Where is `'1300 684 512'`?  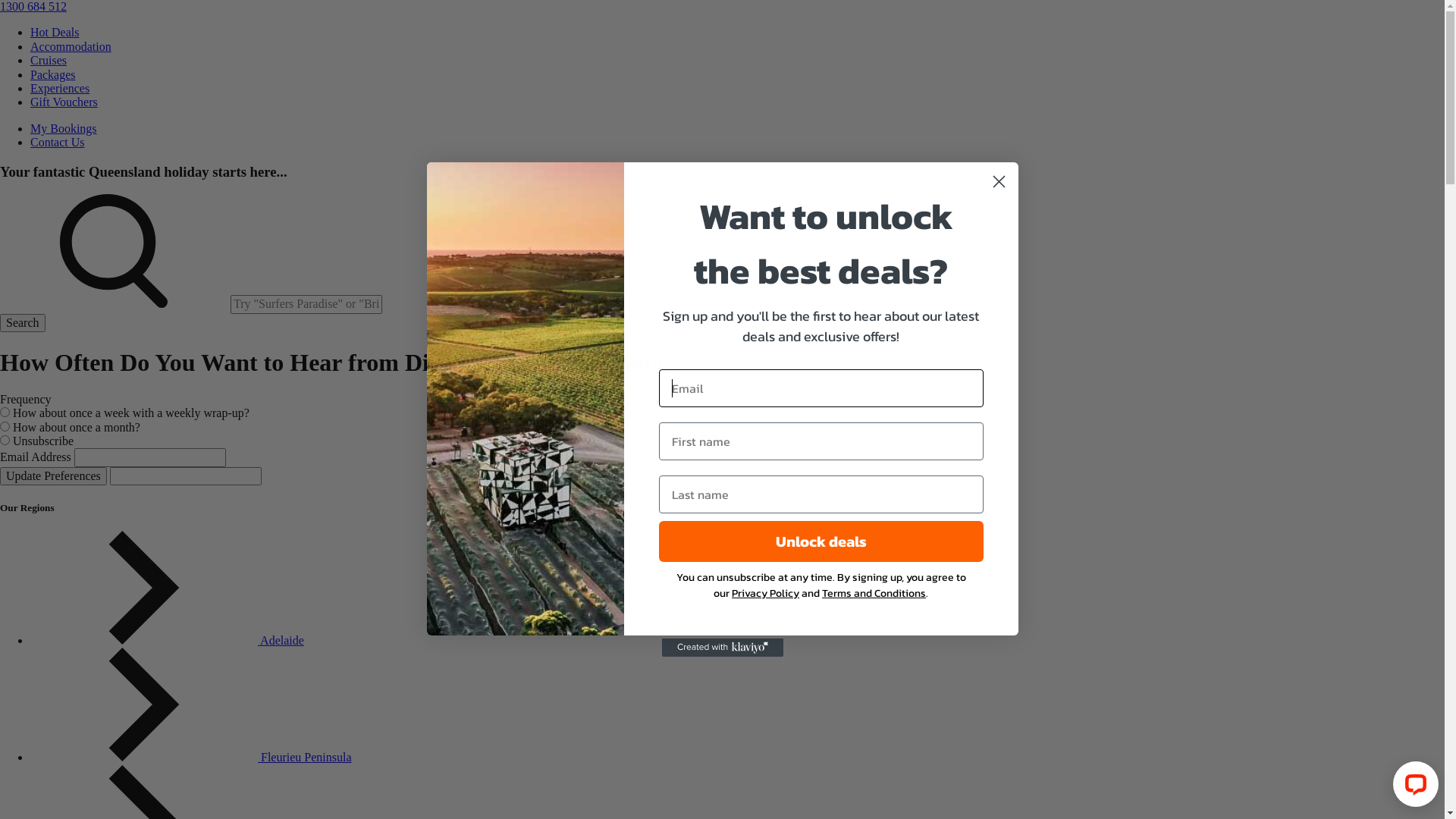 '1300 684 512' is located at coordinates (33, 6).